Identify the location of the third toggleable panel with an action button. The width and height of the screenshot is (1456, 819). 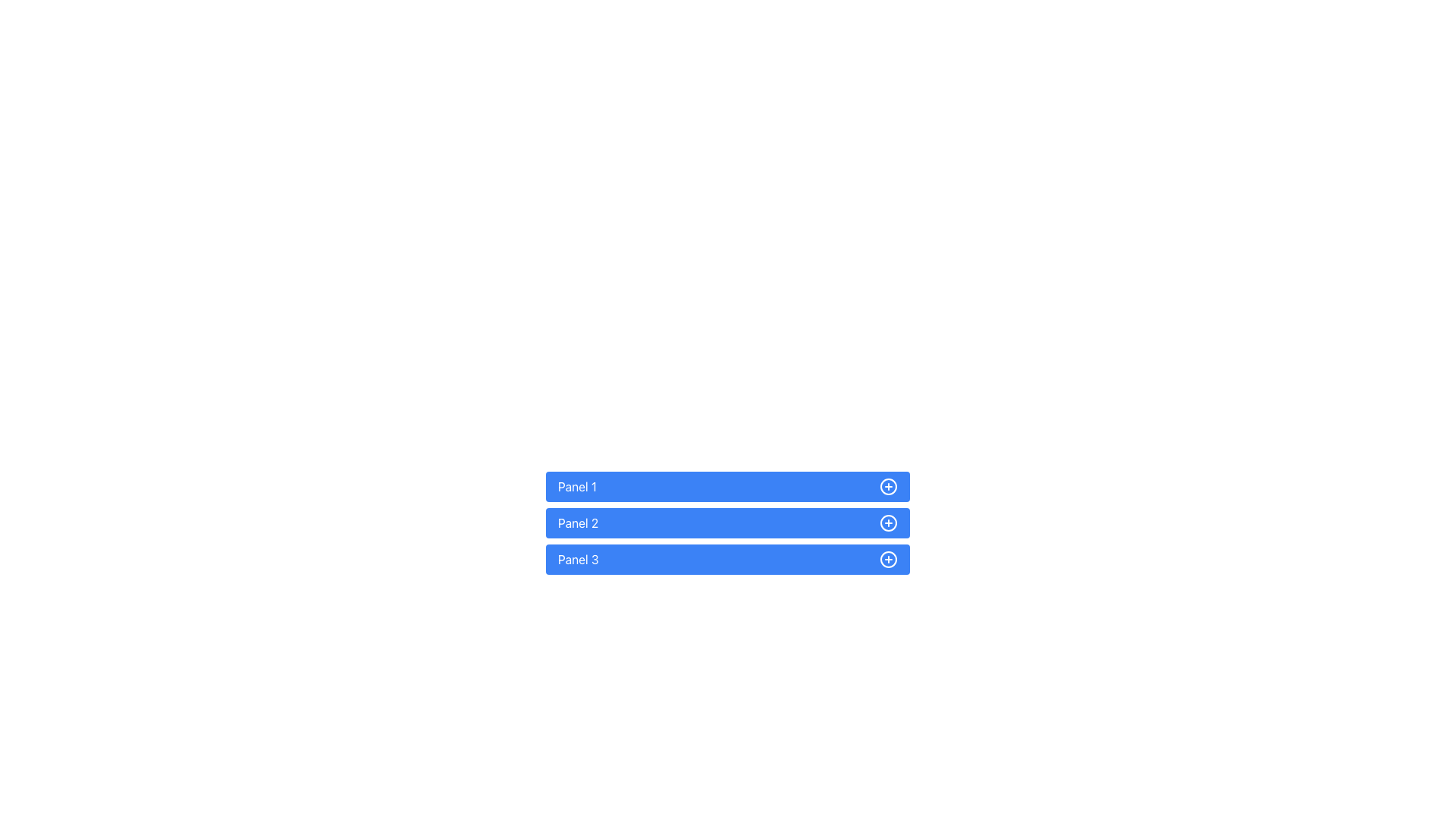
(728, 559).